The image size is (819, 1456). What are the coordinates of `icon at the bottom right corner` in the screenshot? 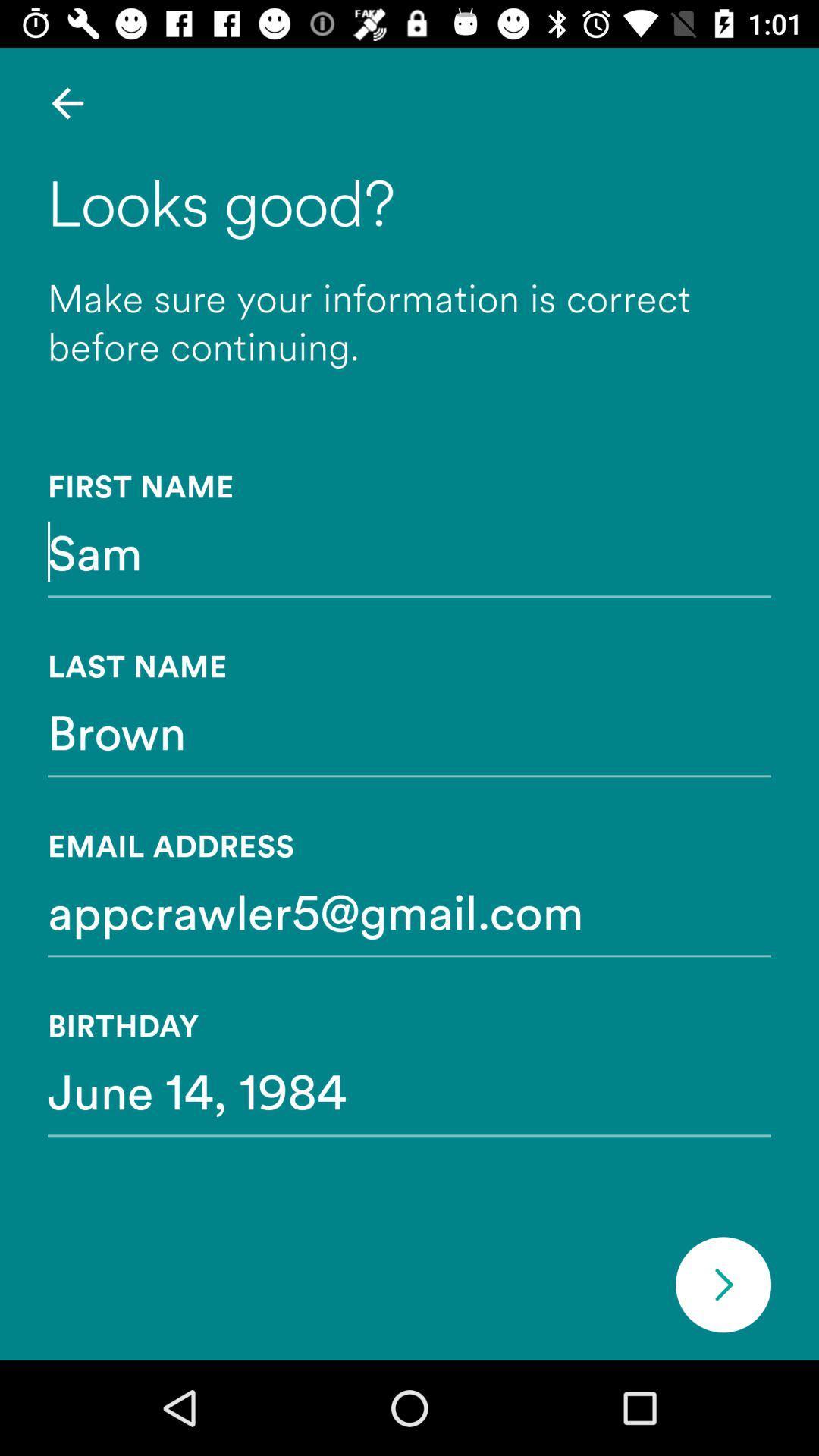 It's located at (722, 1284).